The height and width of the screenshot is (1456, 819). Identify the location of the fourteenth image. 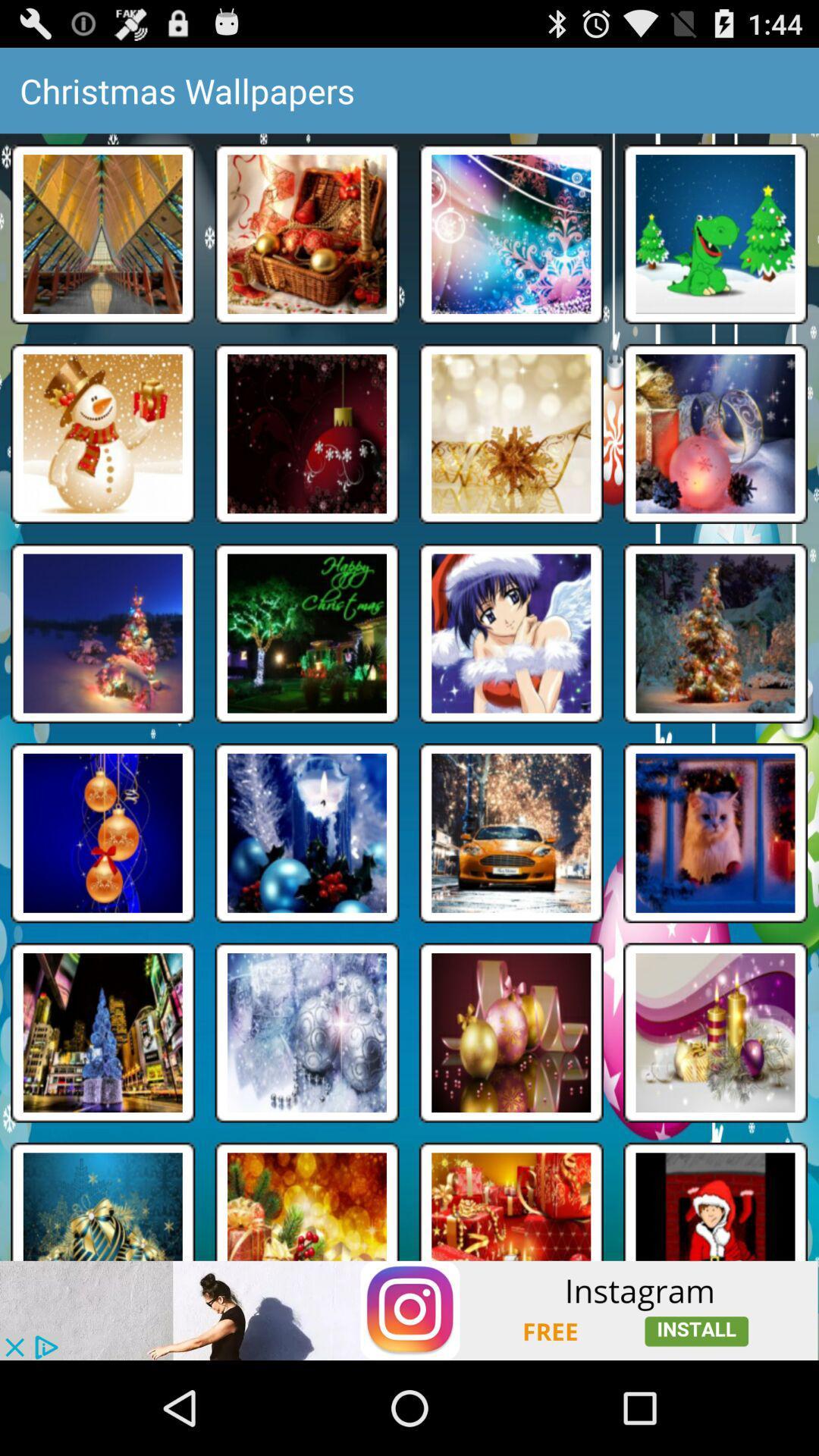
(307, 833).